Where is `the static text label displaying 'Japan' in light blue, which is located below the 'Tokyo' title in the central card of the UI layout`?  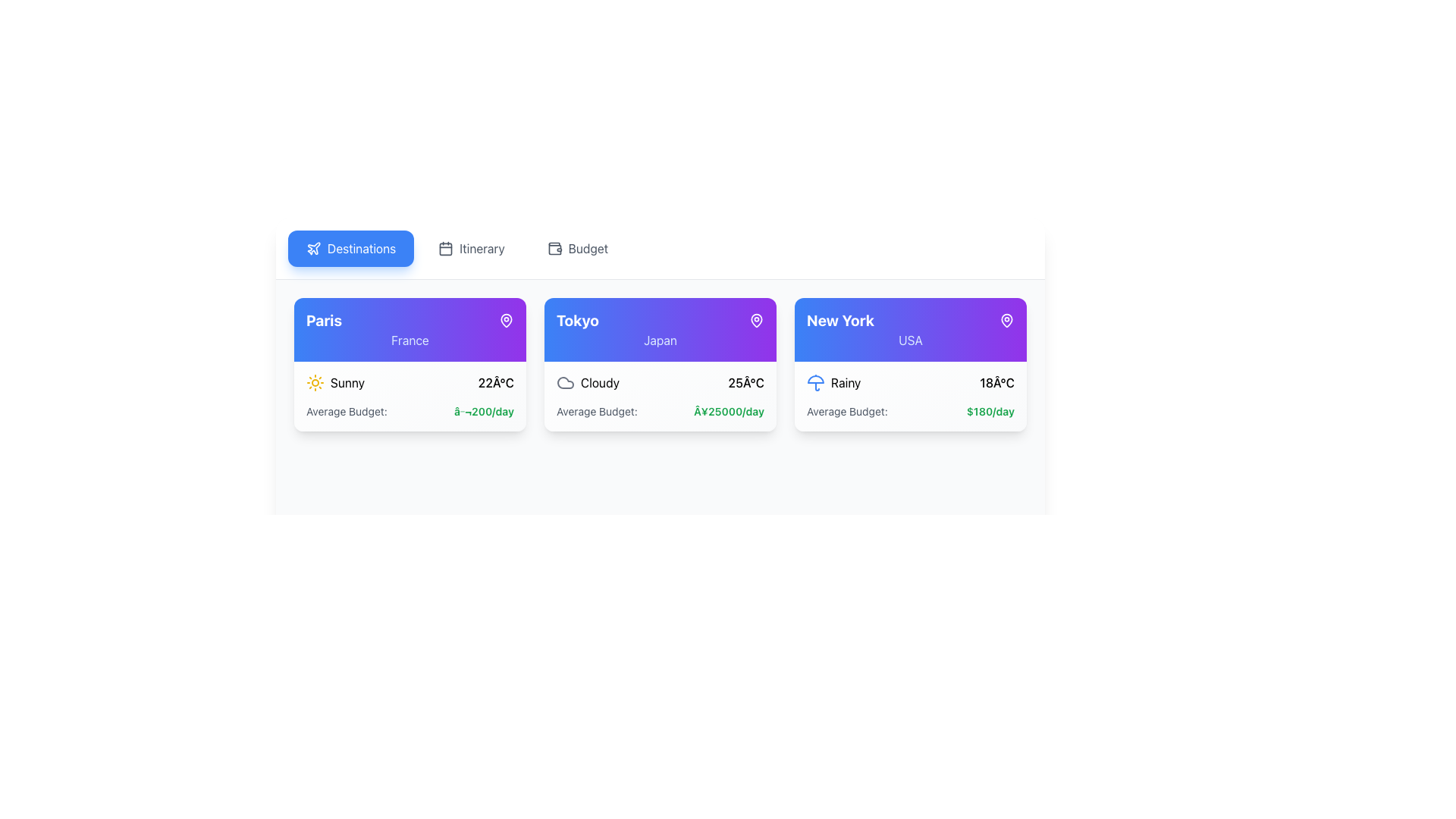
the static text label displaying 'Japan' in light blue, which is located below the 'Tokyo' title in the central card of the UI layout is located at coordinates (660, 339).